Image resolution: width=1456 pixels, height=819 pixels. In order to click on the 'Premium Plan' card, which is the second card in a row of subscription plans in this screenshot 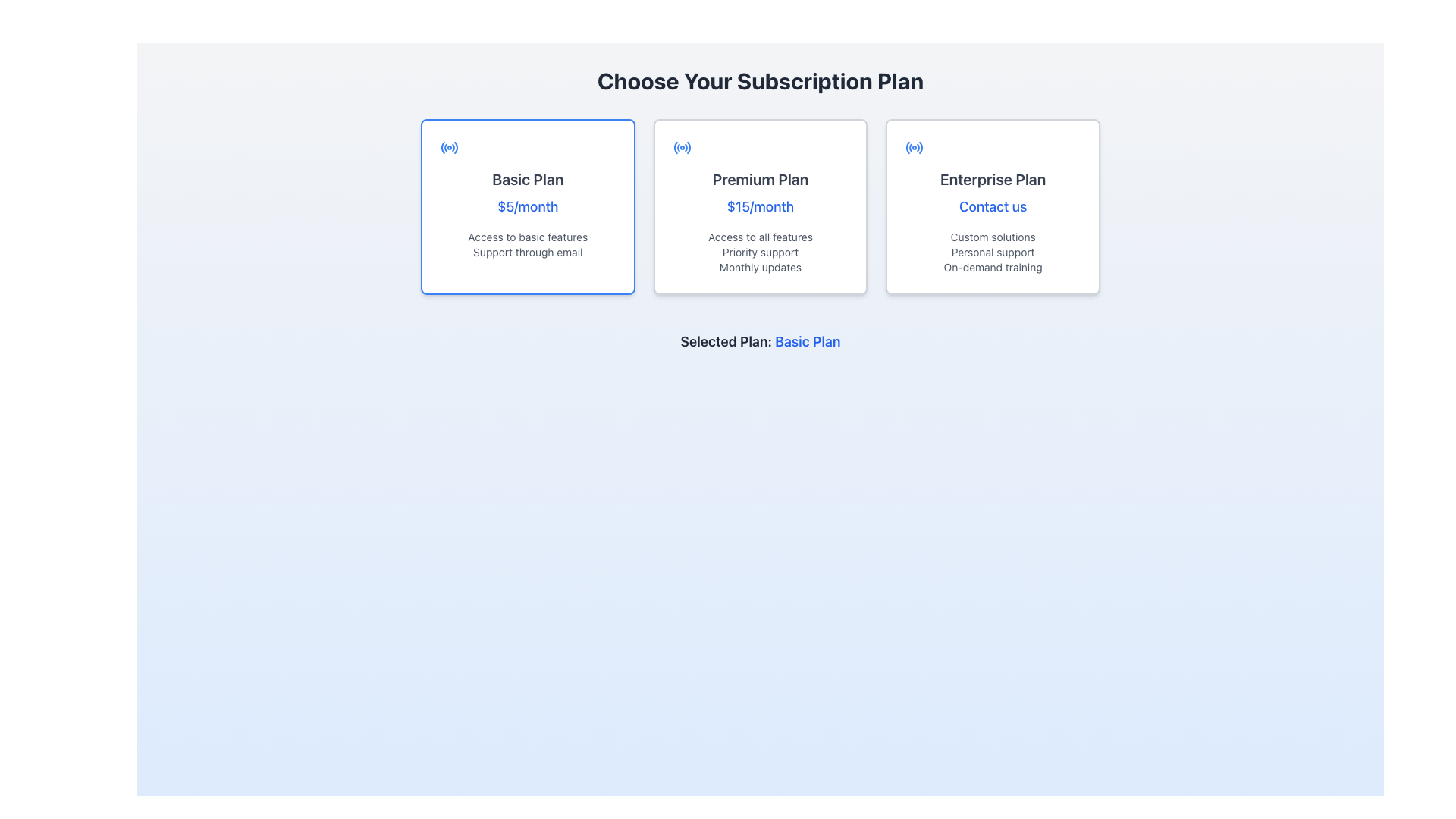, I will do `click(761, 207)`.